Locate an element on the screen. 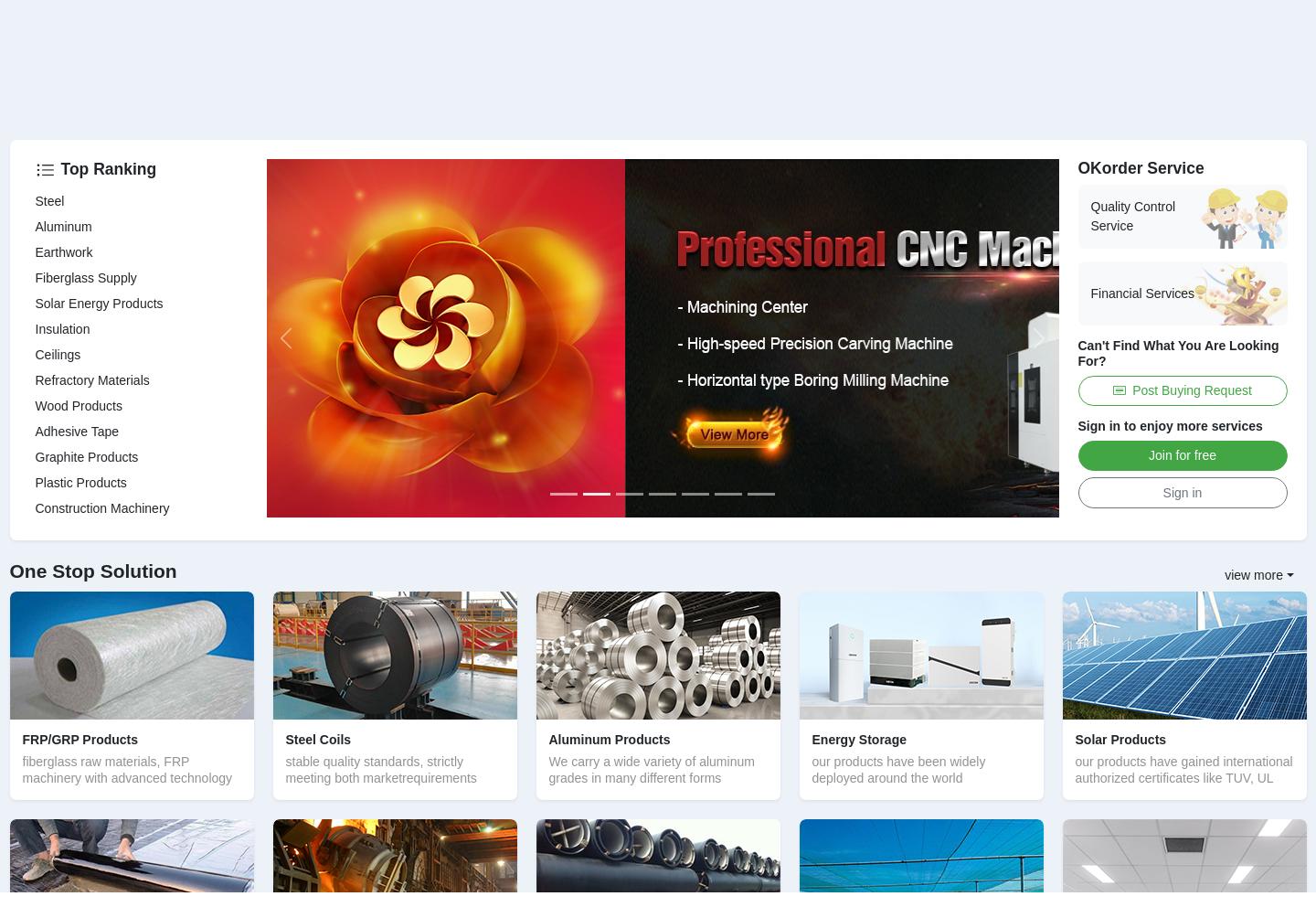 The width and height of the screenshot is (1316, 907). 'Metallurgic, Cement production, Power station, Refinery, Glass, etc' is located at coordinates (382, 103).